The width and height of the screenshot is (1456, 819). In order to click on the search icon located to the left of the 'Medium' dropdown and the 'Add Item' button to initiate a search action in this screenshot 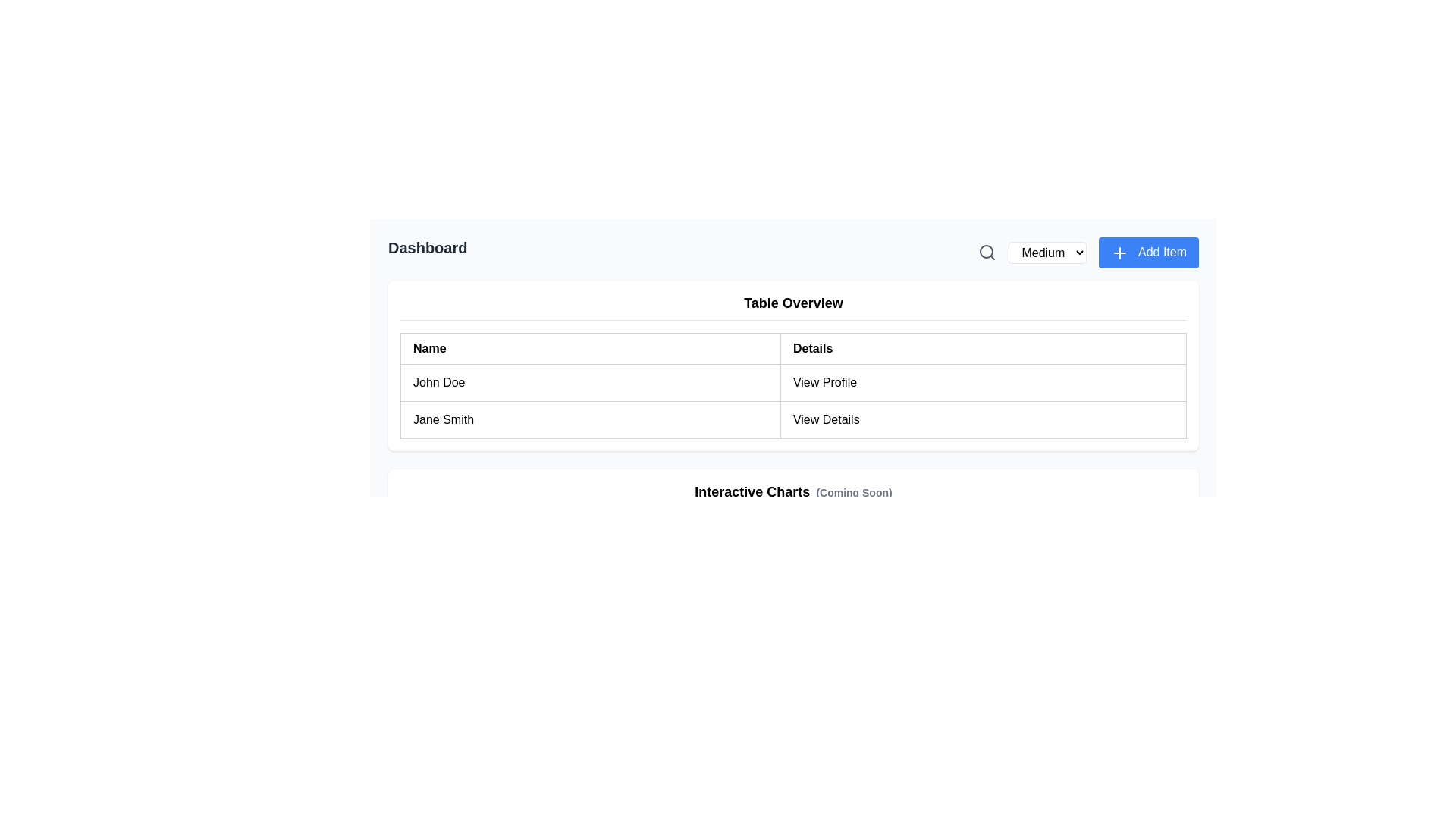, I will do `click(987, 252)`.